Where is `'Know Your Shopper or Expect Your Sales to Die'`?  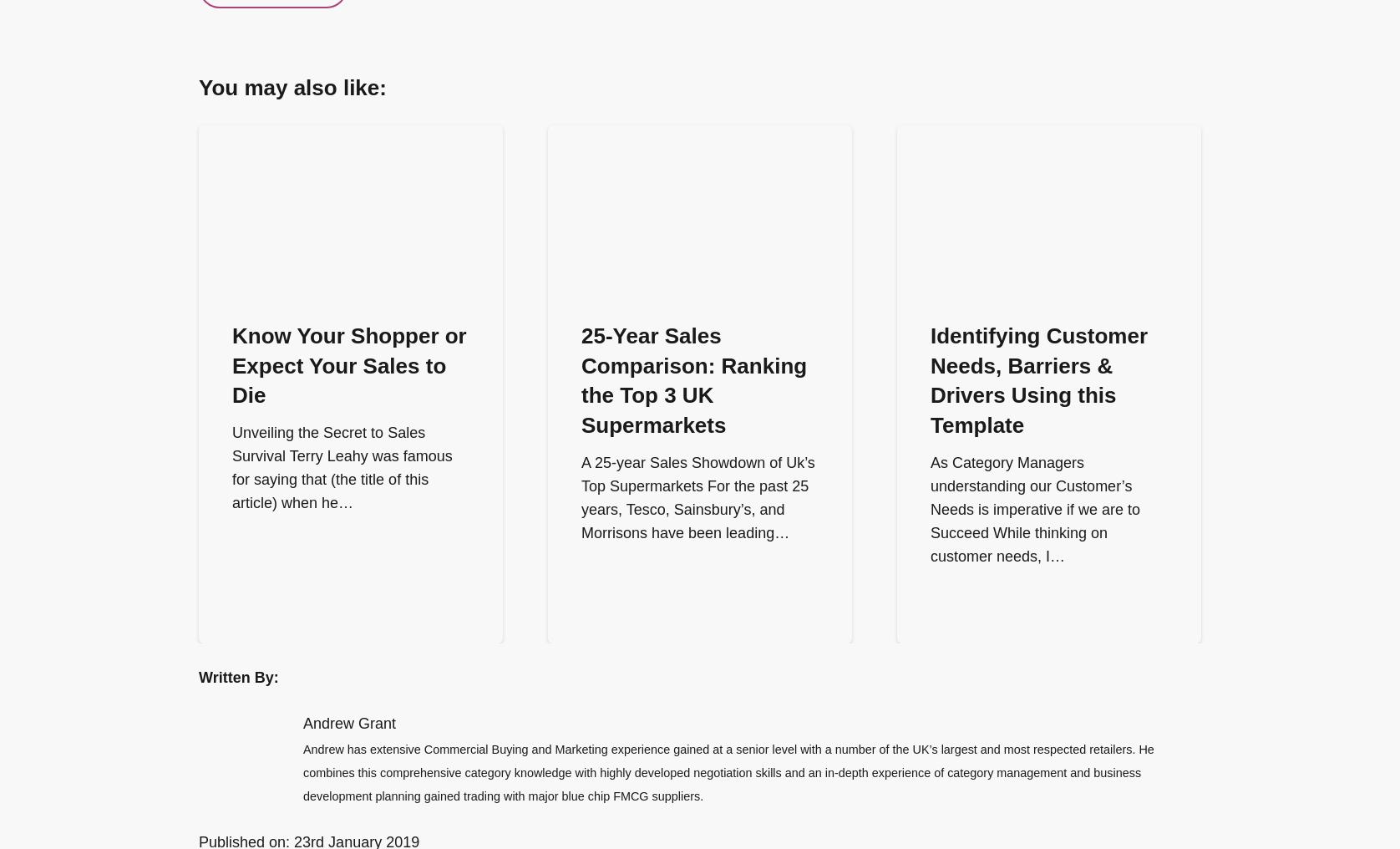
'Know Your Shopper or Expect Your Sales to Die' is located at coordinates (347, 364).